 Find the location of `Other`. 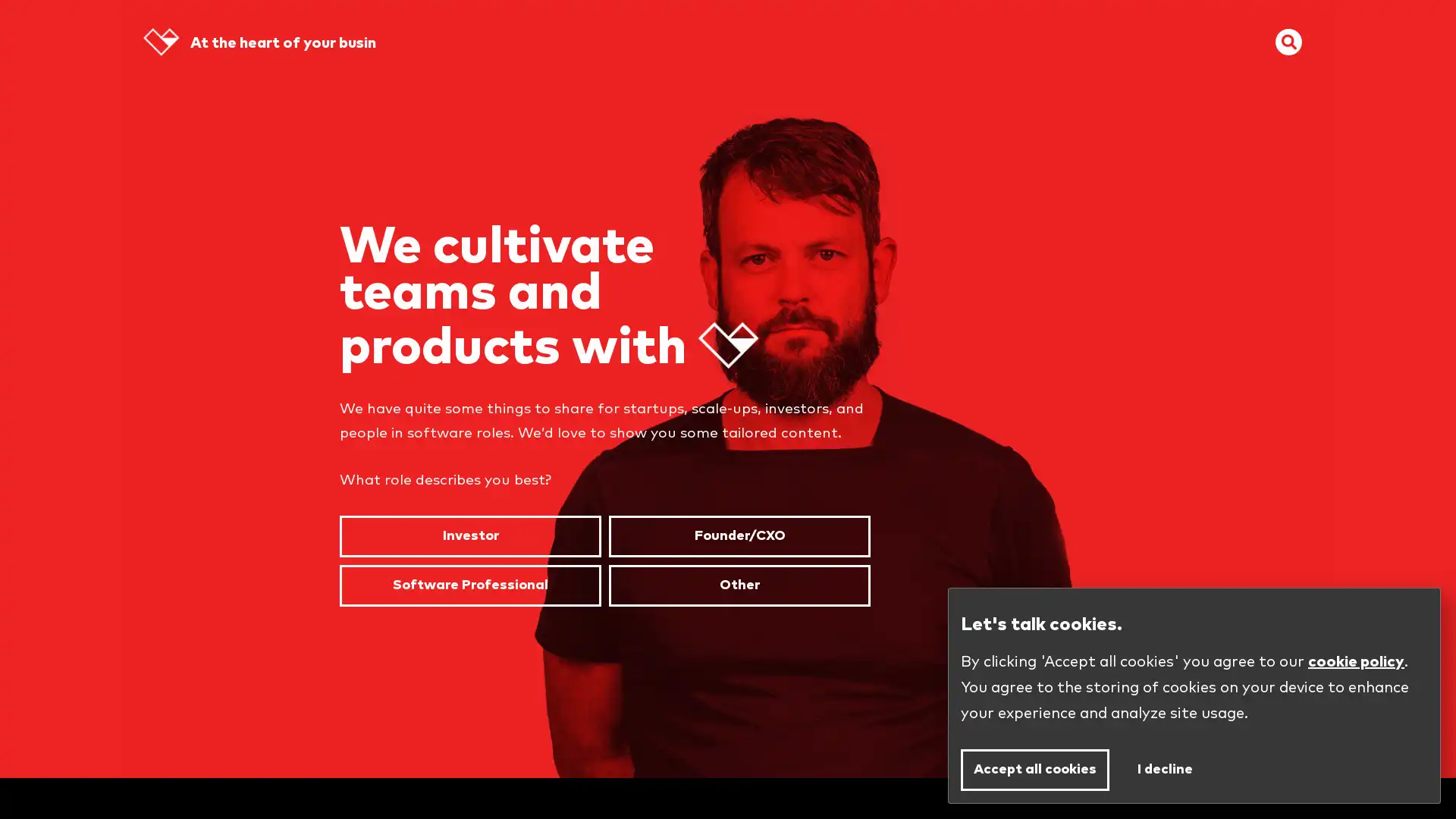

Other is located at coordinates (739, 584).